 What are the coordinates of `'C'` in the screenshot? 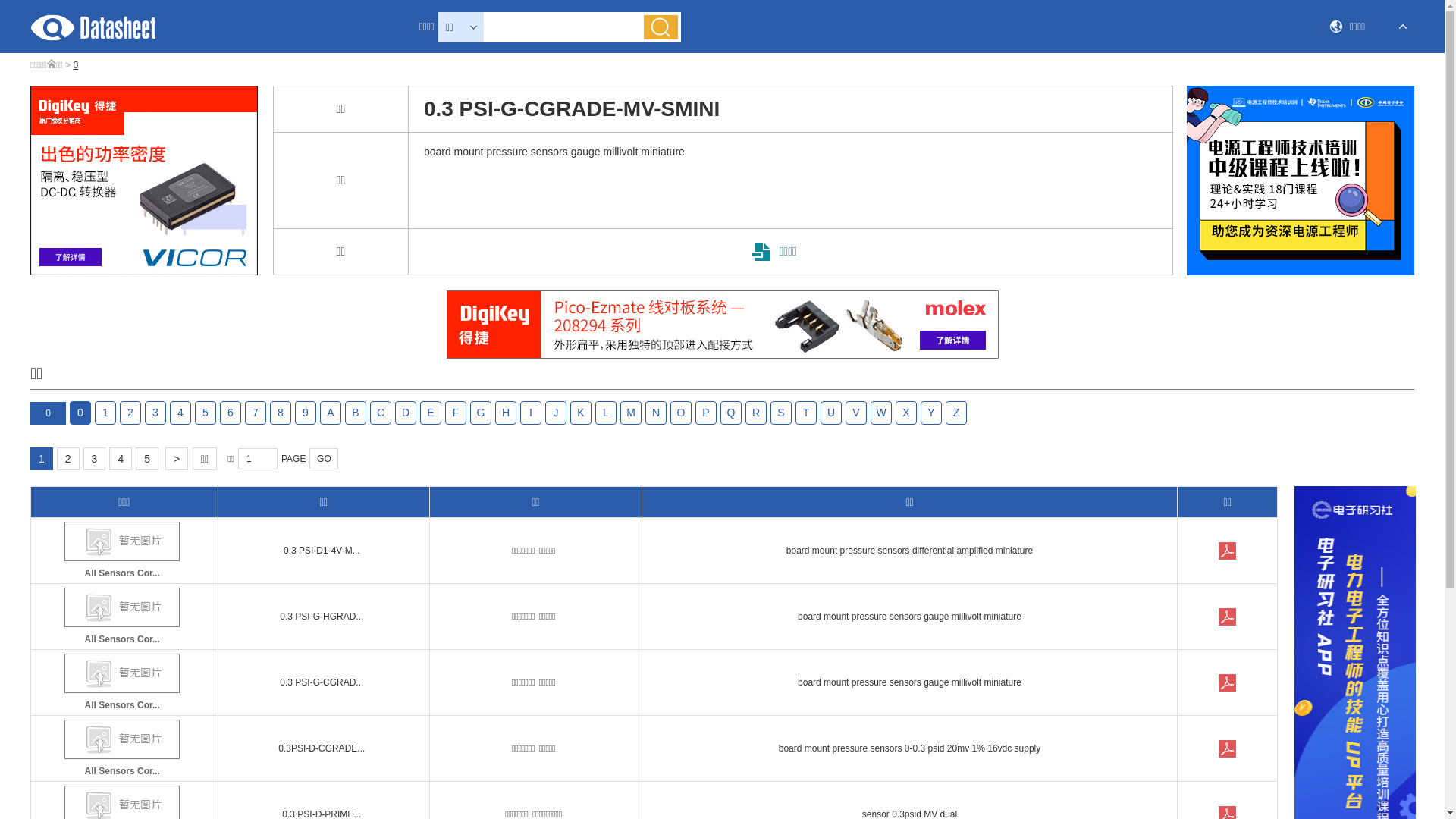 It's located at (370, 413).